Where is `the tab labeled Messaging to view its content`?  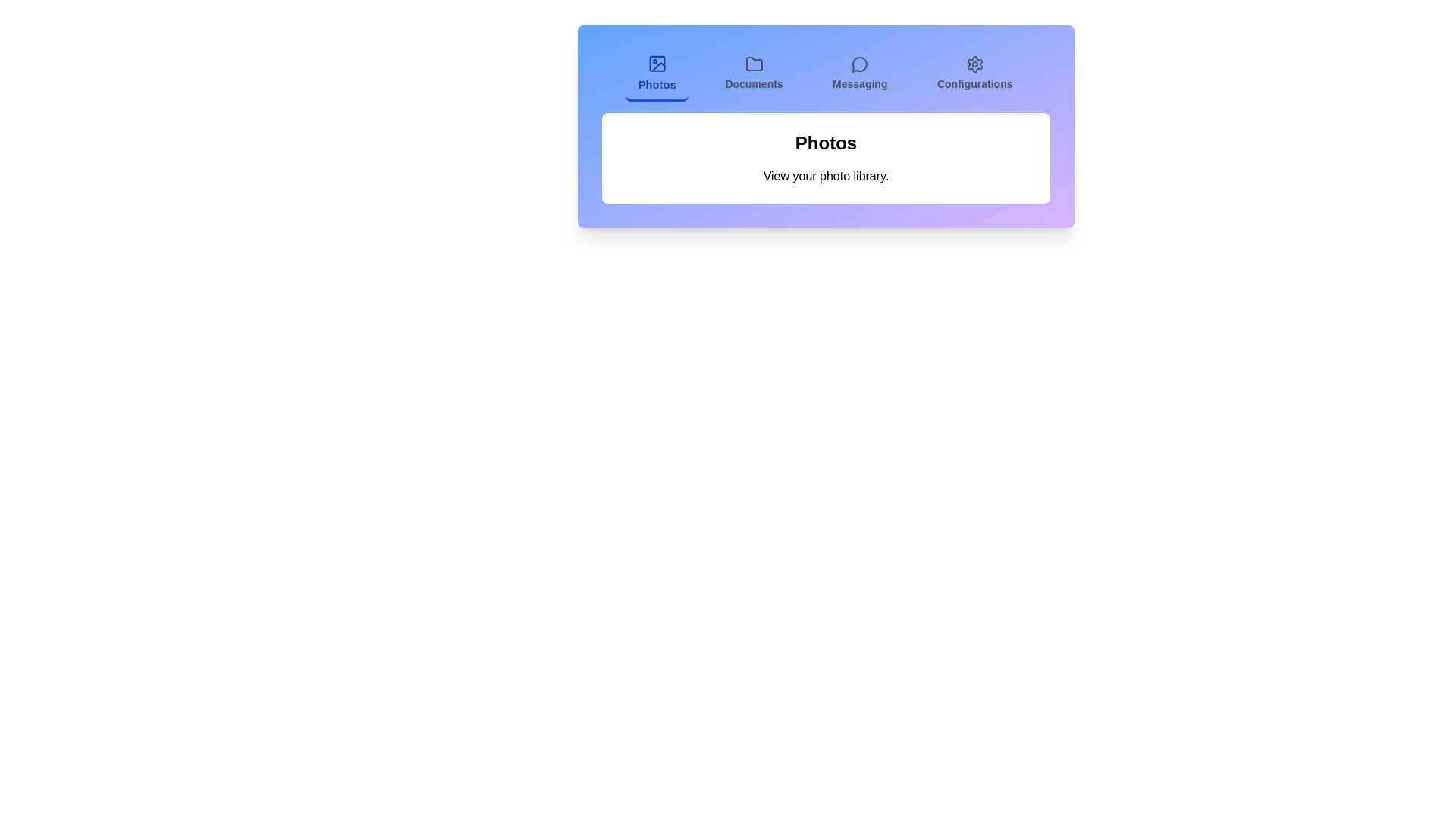 the tab labeled Messaging to view its content is located at coordinates (860, 75).